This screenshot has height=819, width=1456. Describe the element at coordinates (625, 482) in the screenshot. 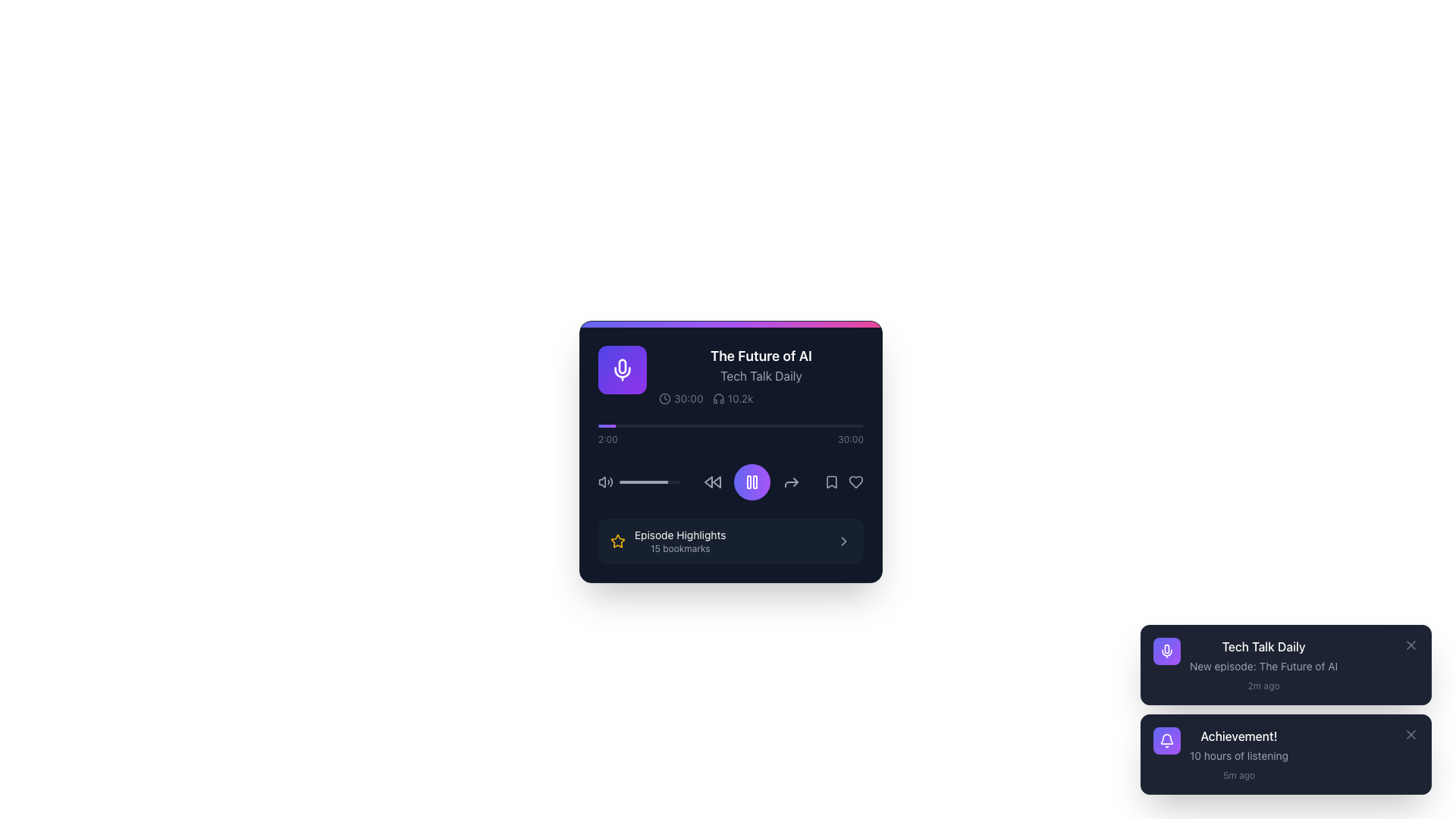

I see `the volume` at that location.